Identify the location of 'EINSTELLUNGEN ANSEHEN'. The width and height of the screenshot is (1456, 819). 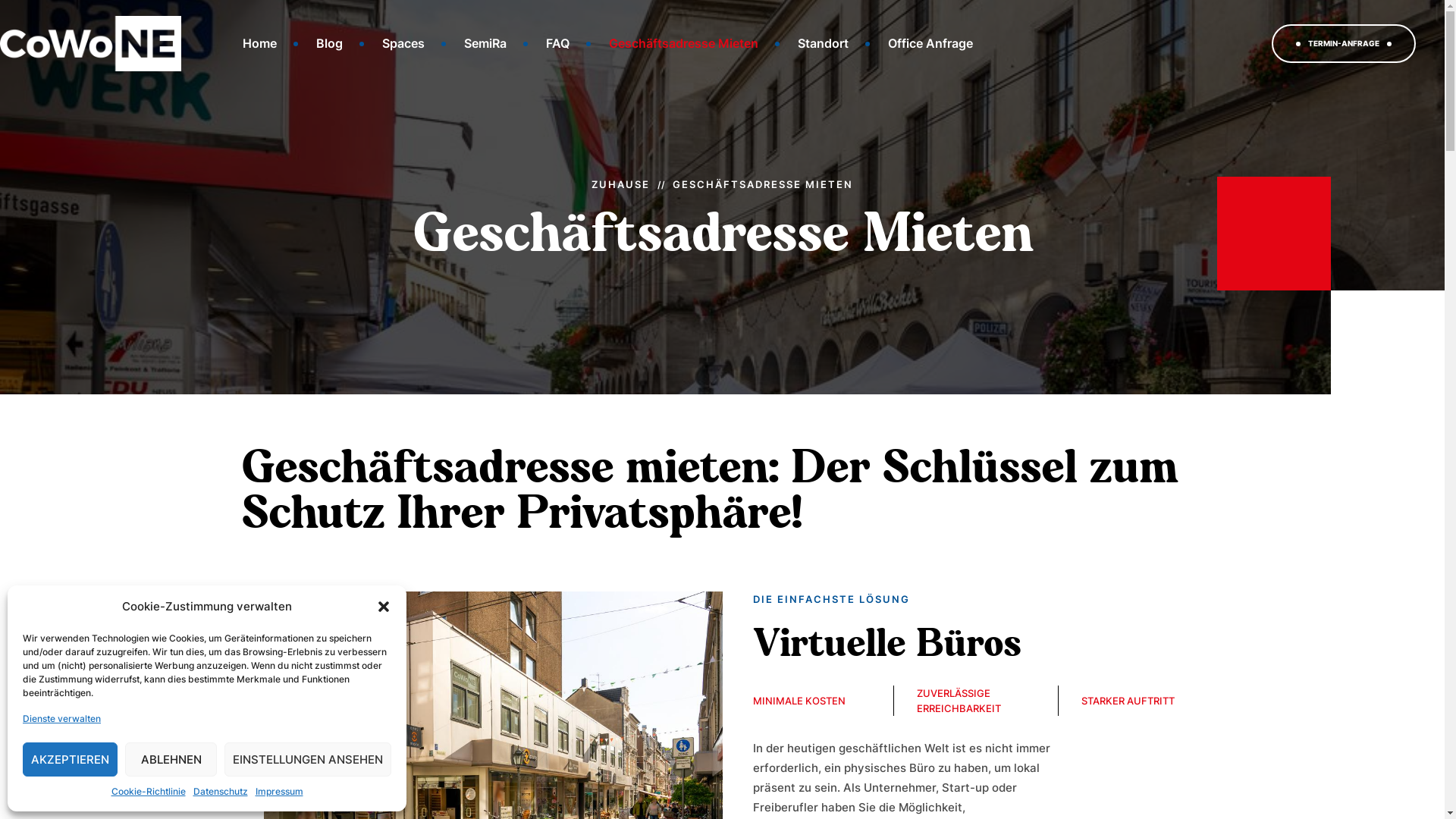
(307, 759).